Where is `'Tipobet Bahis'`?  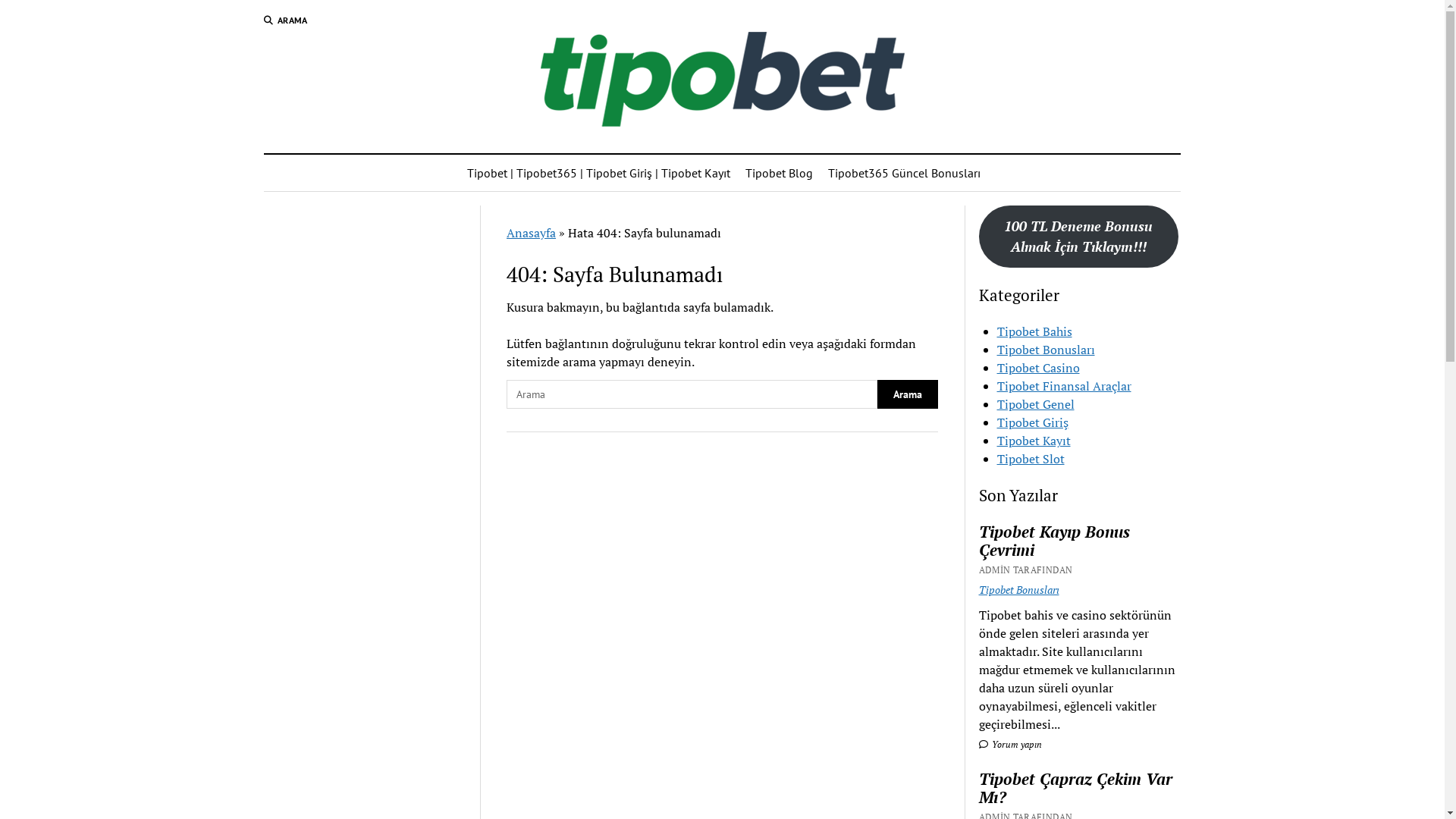
'Tipobet Bahis' is located at coordinates (1034, 330).